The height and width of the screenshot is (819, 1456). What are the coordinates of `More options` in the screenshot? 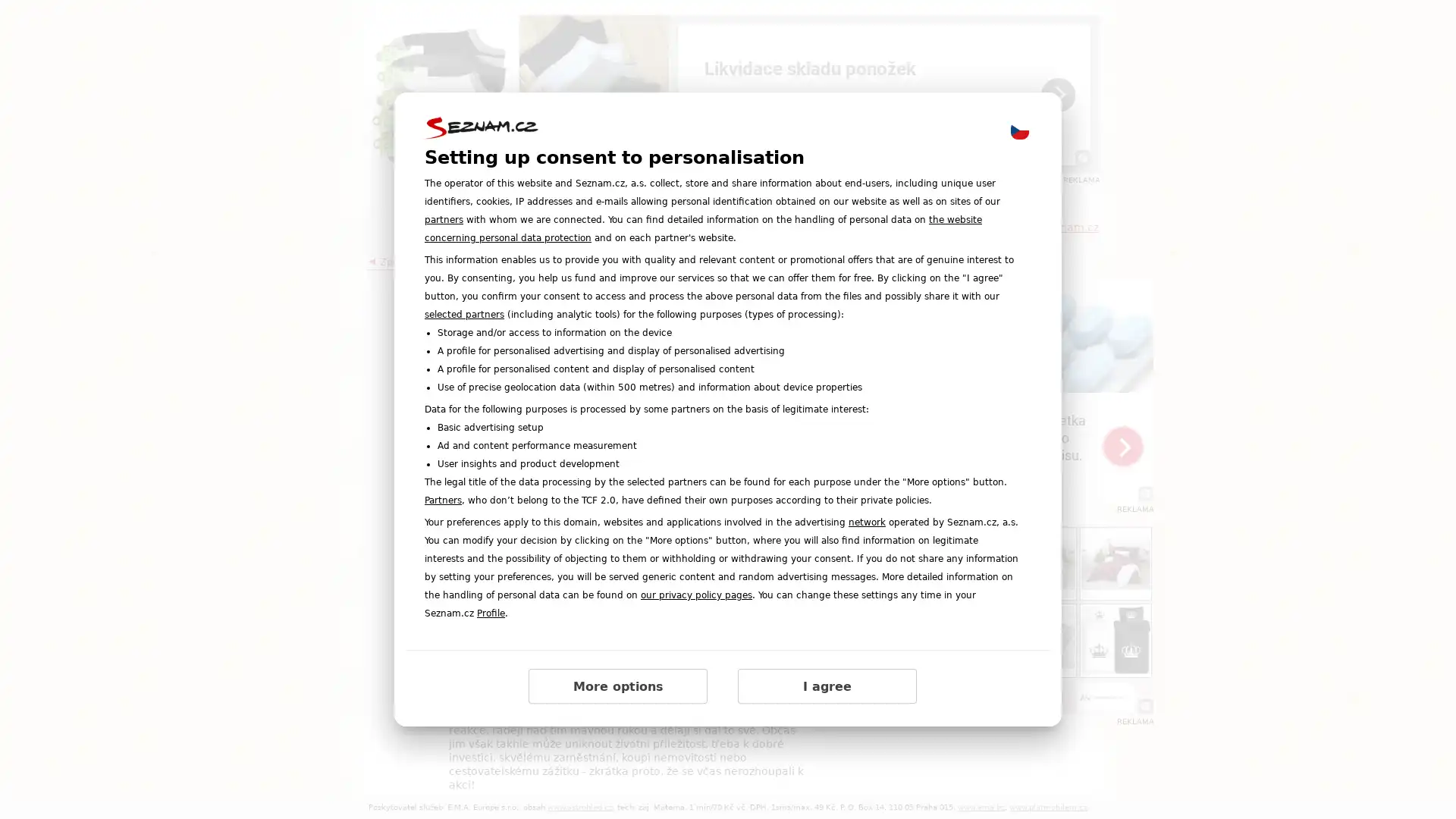 It's located at (618, 686).